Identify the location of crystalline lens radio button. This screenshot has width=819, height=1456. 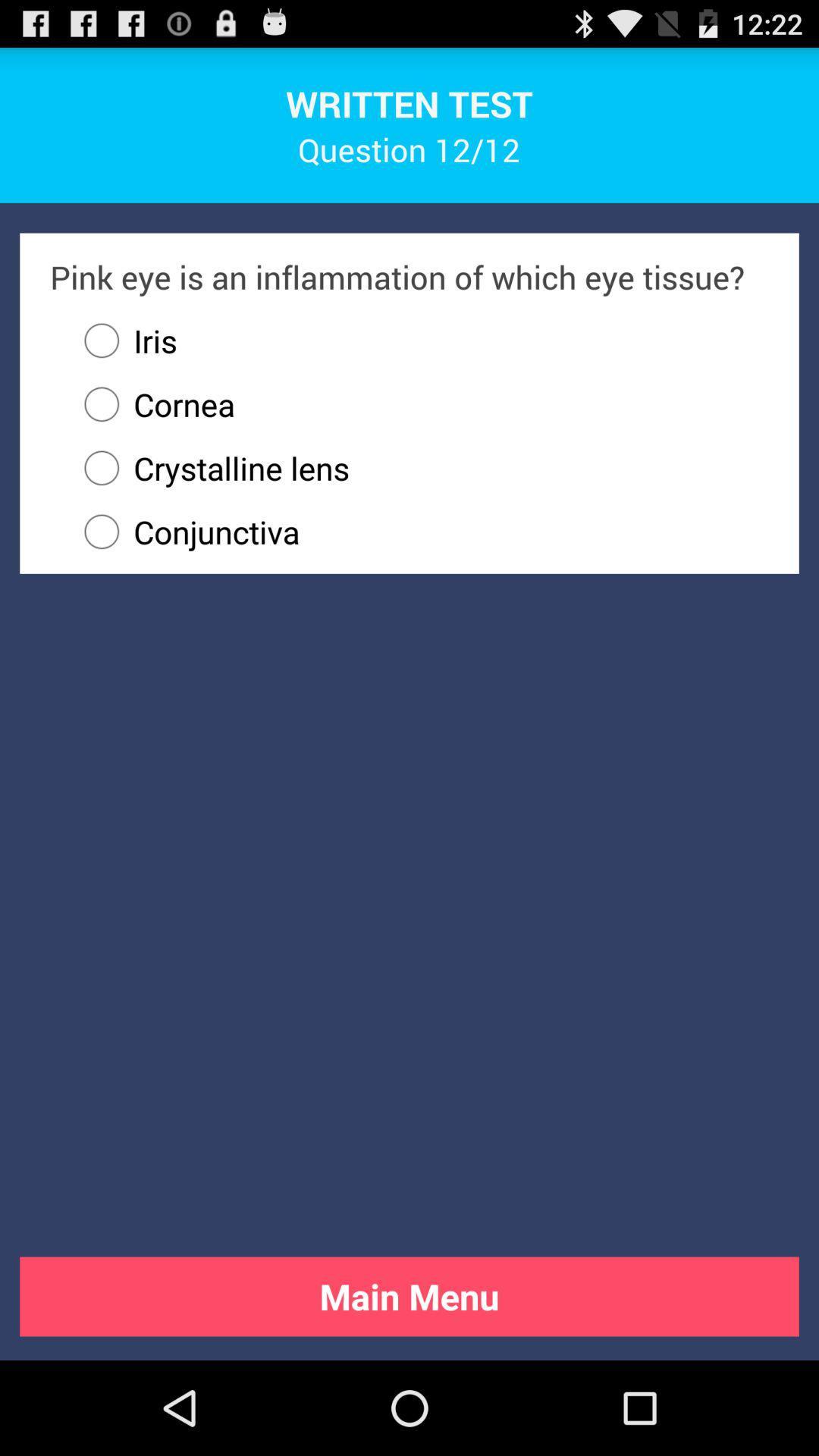
(419, 467).